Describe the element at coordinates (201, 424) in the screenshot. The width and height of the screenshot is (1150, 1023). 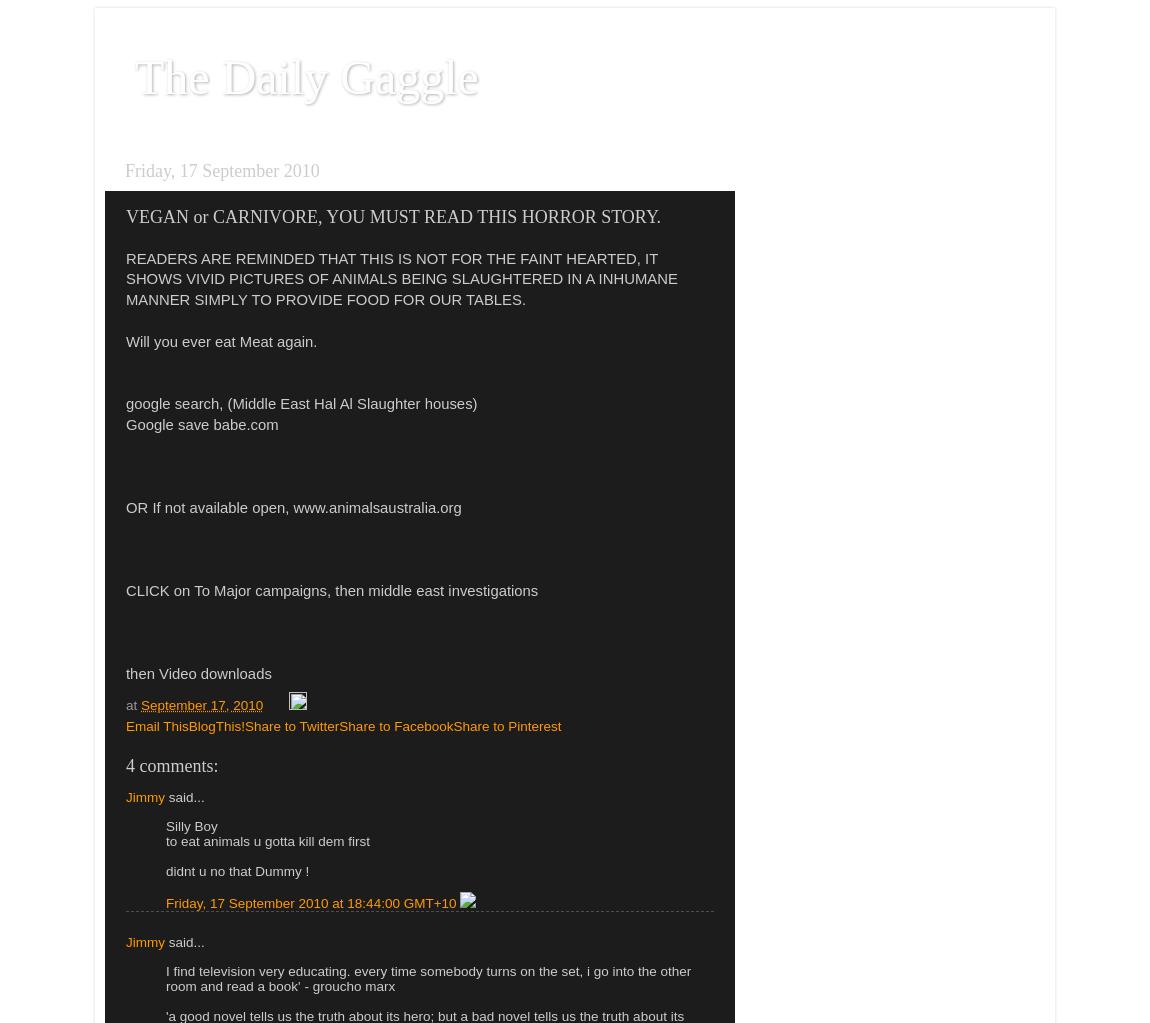
I see `'Google save babe.com'` at that location.